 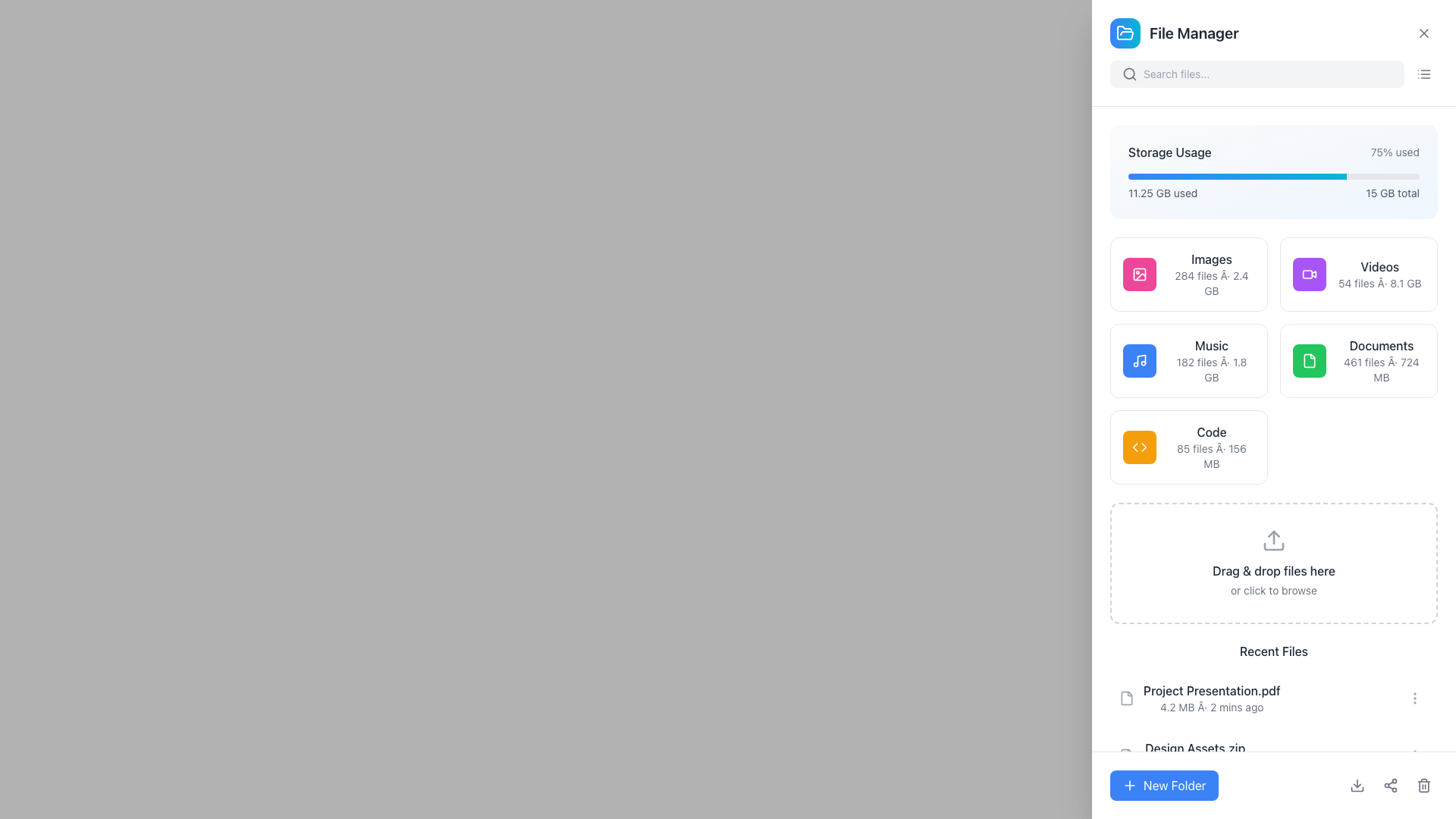 What do you see at coordinates (1390, 785) in the screenshot?
I see `the center icon button depicting a sharing or connection symbol located at the bottom-right section of the interface` at bounding box center [1390, 785].